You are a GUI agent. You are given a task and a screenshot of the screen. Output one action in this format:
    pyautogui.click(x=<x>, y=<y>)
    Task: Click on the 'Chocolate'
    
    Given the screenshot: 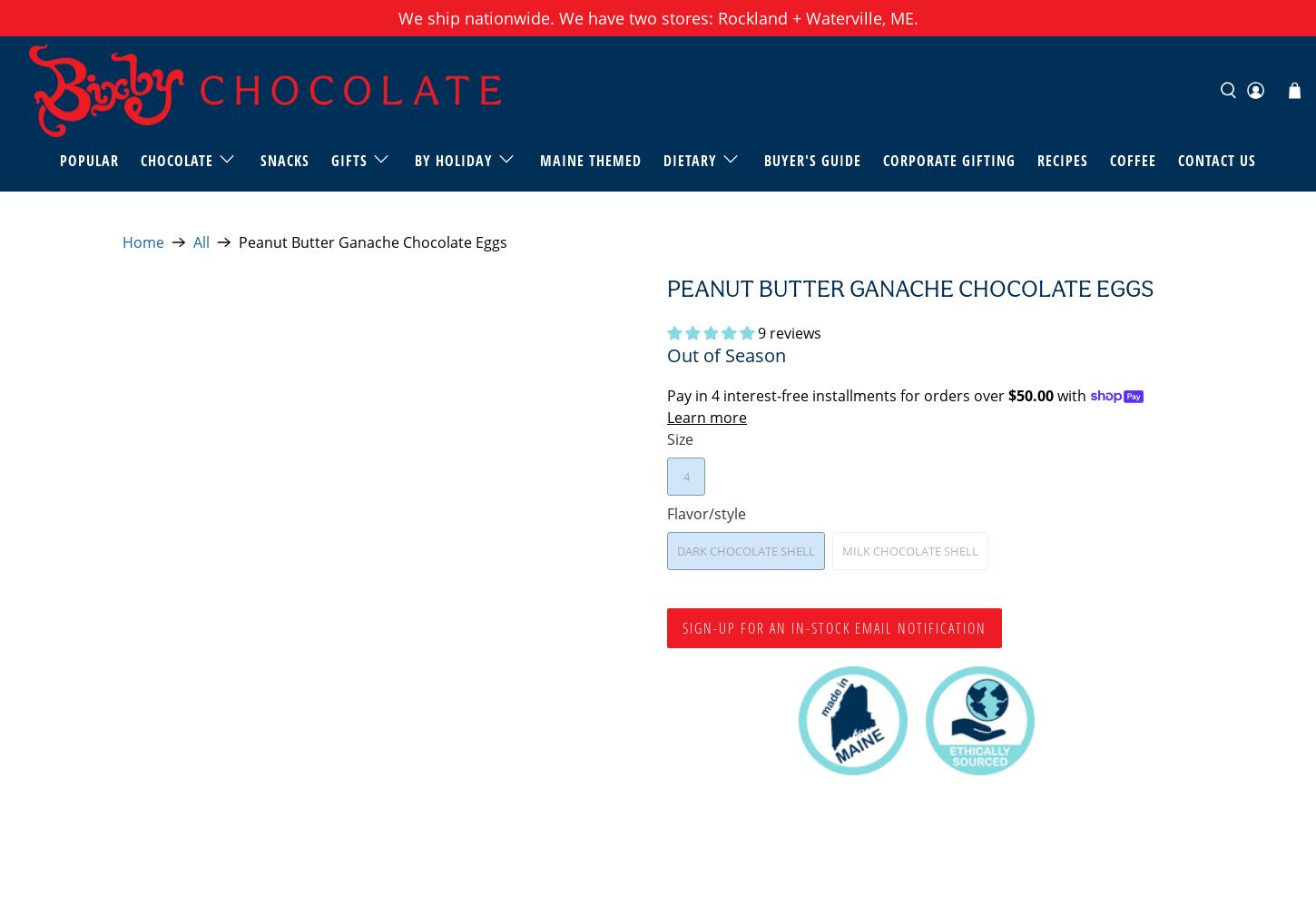 What is the action you would take?
    pyautogui.click(x=176, y=159)
    